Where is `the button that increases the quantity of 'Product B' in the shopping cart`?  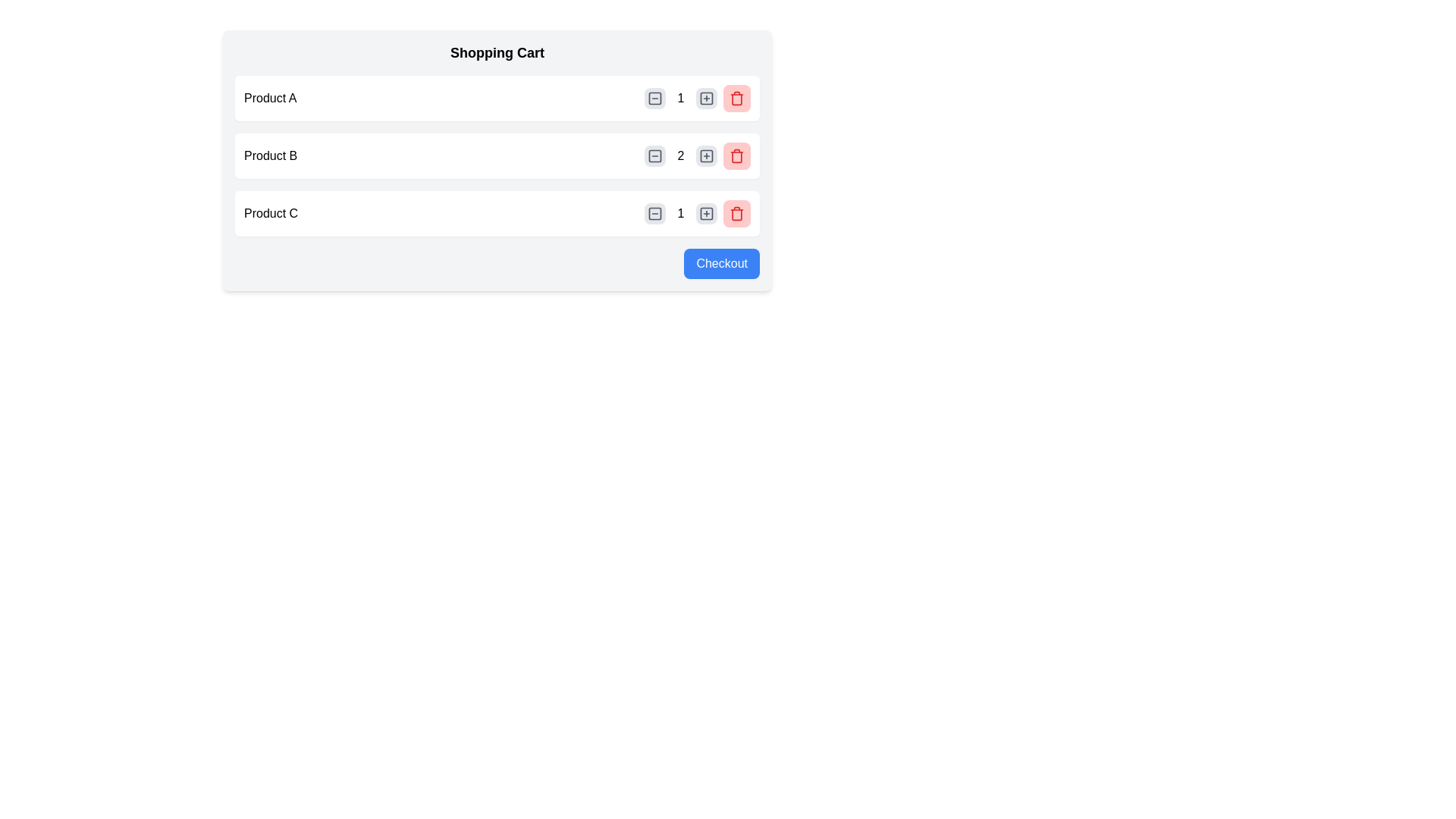
the button that increases the quantity of 'Product B' in the shopping cart is located at coordinates (705, 155).